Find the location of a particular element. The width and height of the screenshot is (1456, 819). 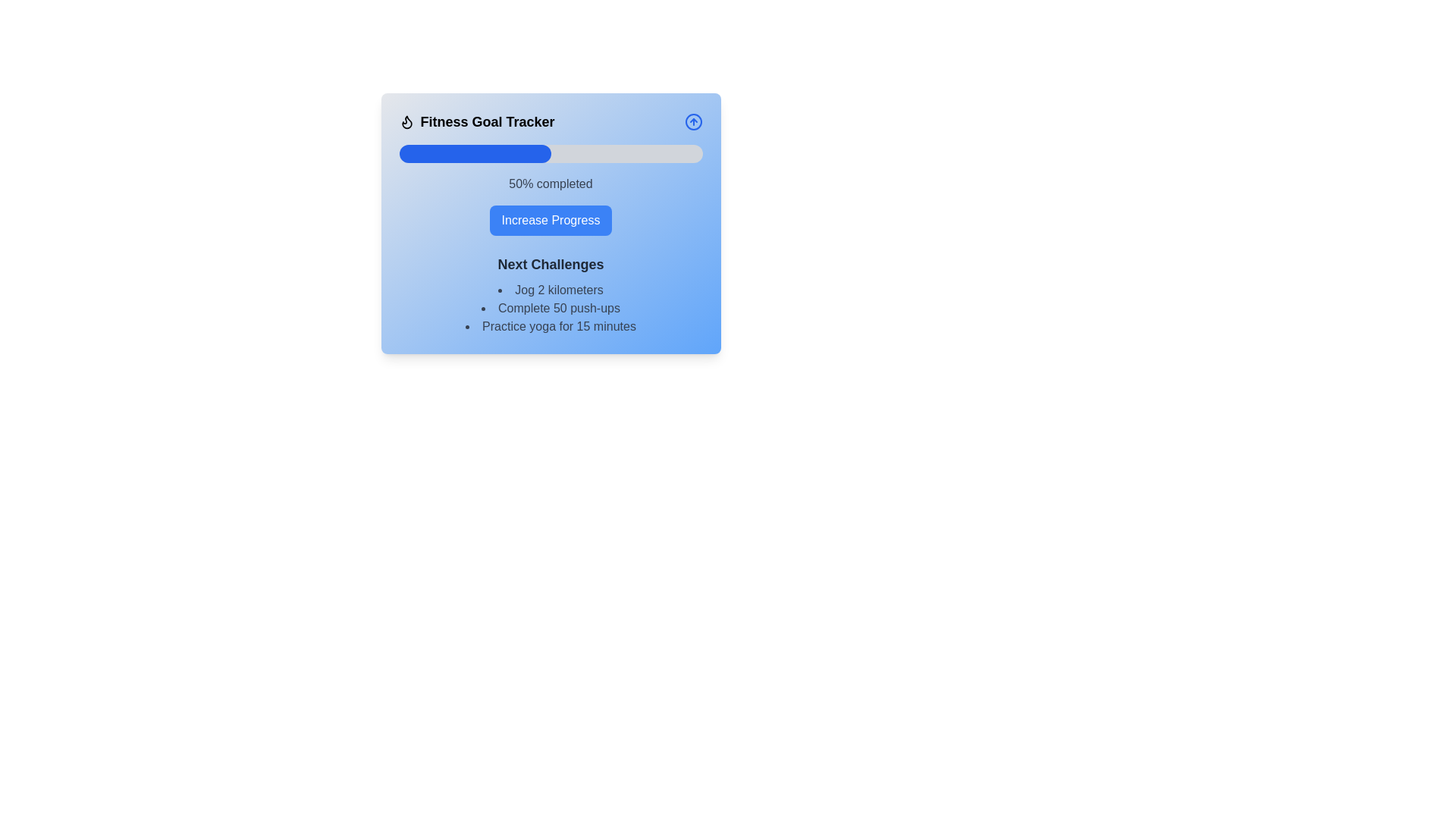

text from the second item in the unordered list under the 'Next Challenges' section, which is positioned between 'Jog 2 kilometers' and 'Practice yoga for 15 minutes' is located at coordinates (550, 308).